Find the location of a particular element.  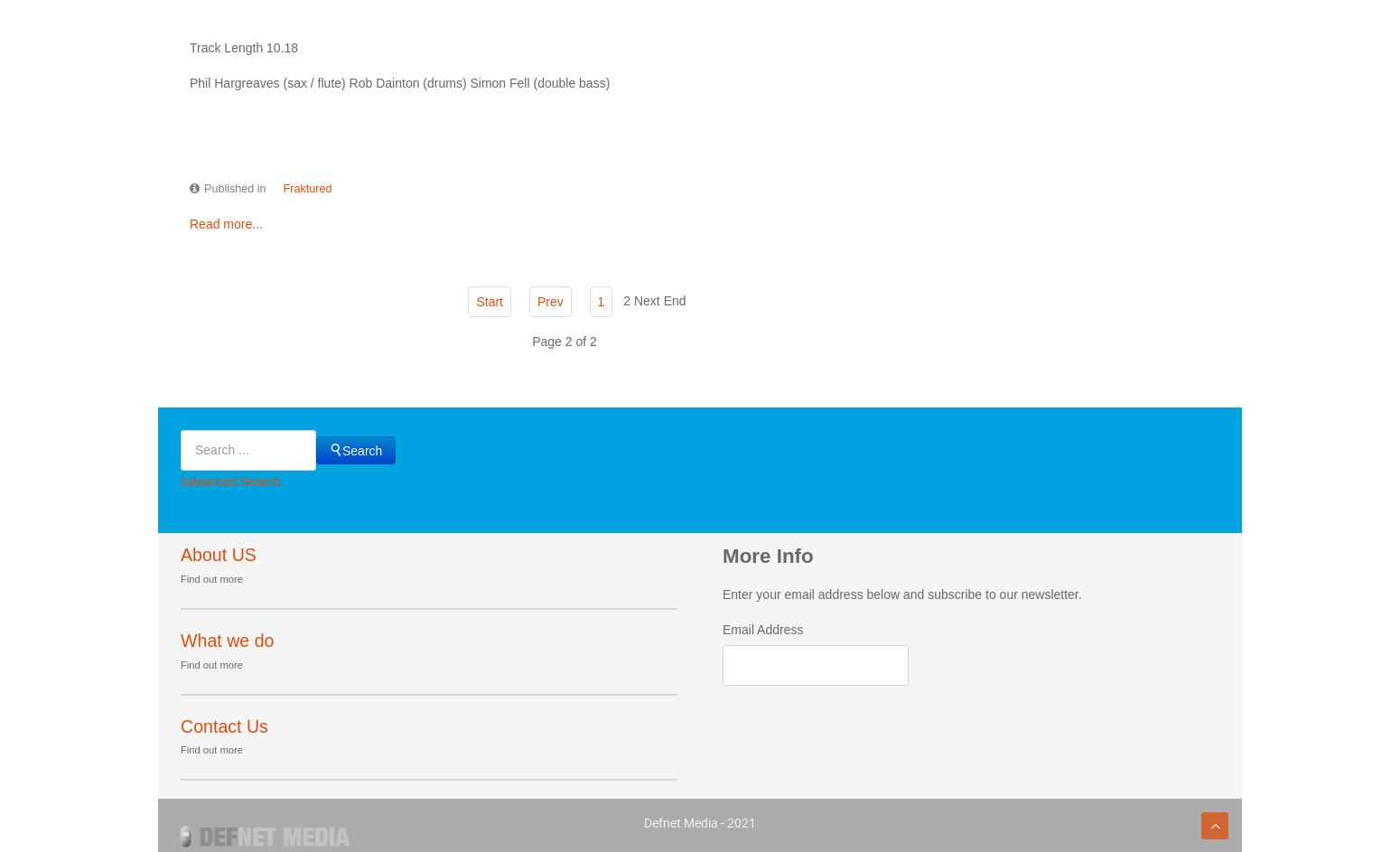

'Read more...' is located at coordinates (226, 222).